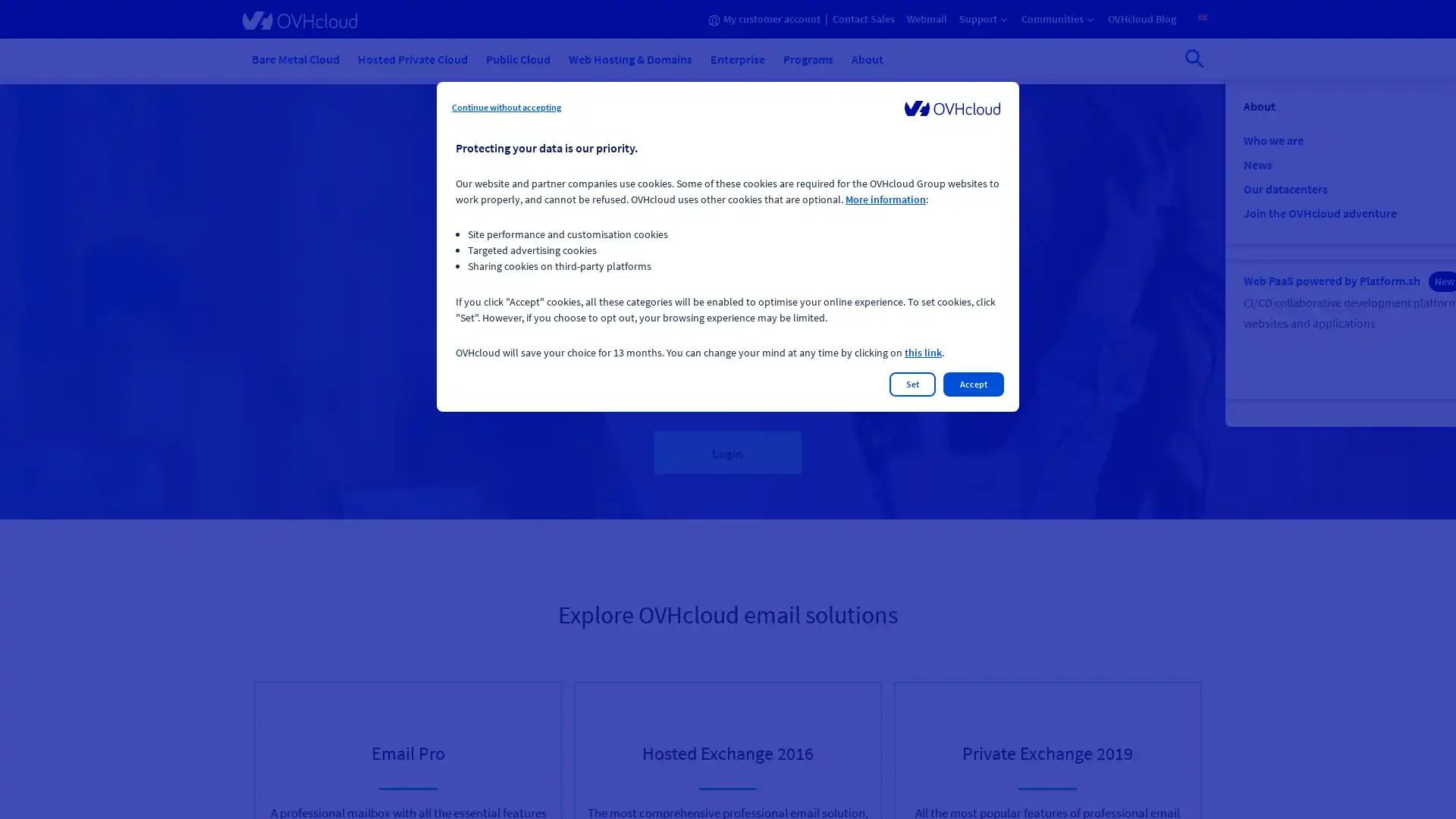 The width and height of the screenshot is (1456, 819). Describe the element at coordinates (1193, 58) in the screenshot. I see `Open search bar` at that location.